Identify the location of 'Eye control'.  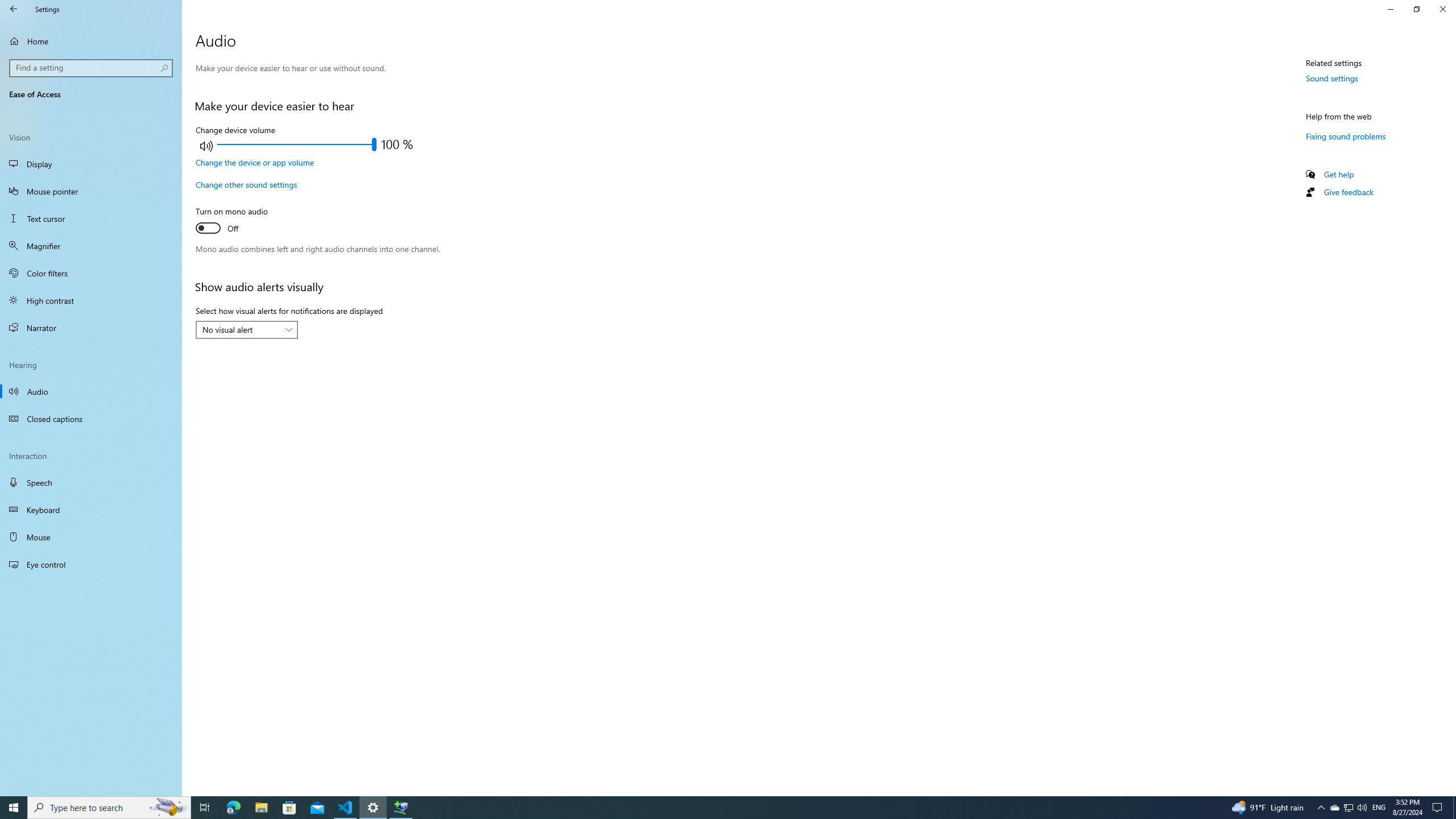
(90, 564).